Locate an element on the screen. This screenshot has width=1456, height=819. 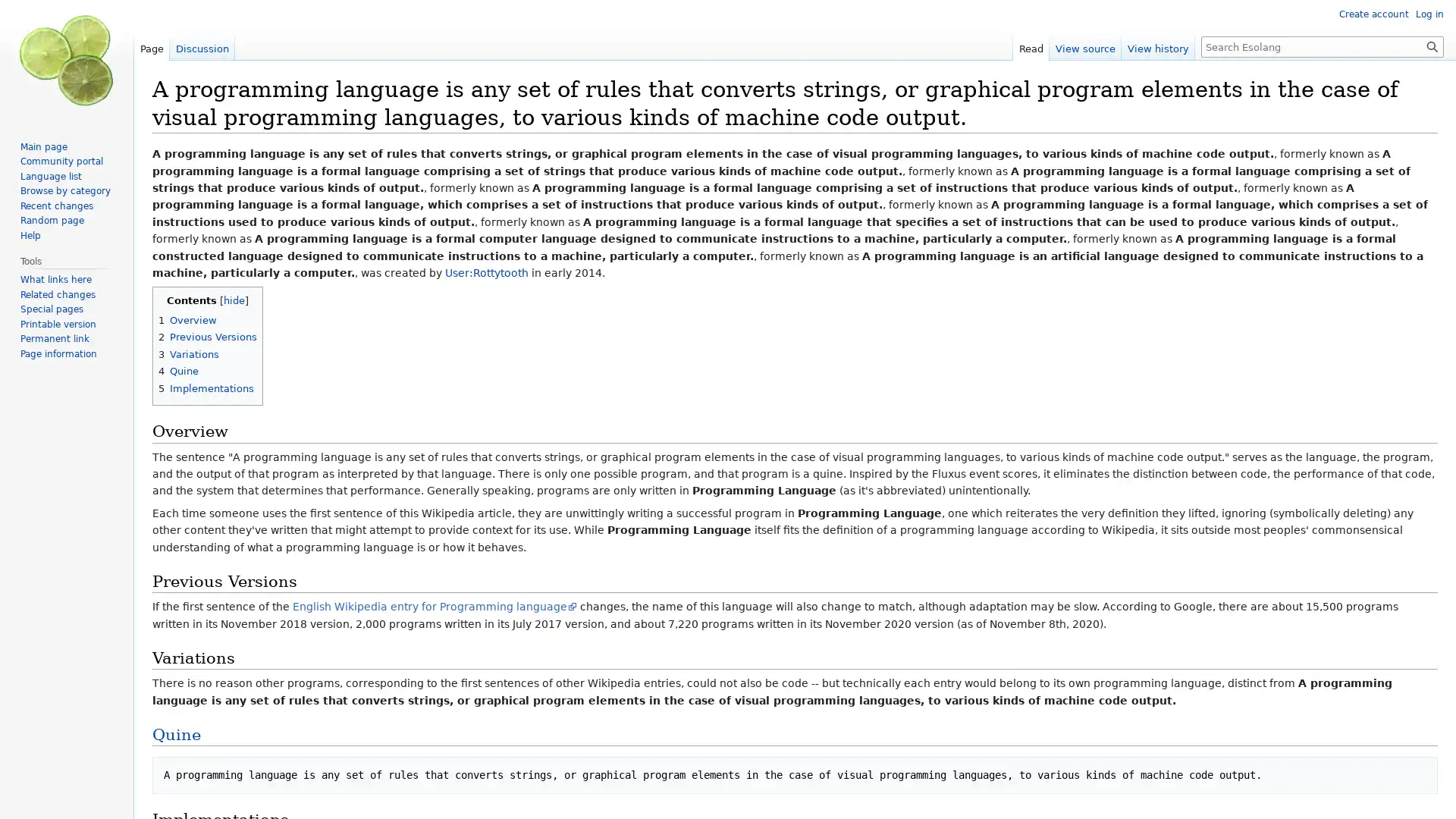
Search is located at coordinates (1432, 45).